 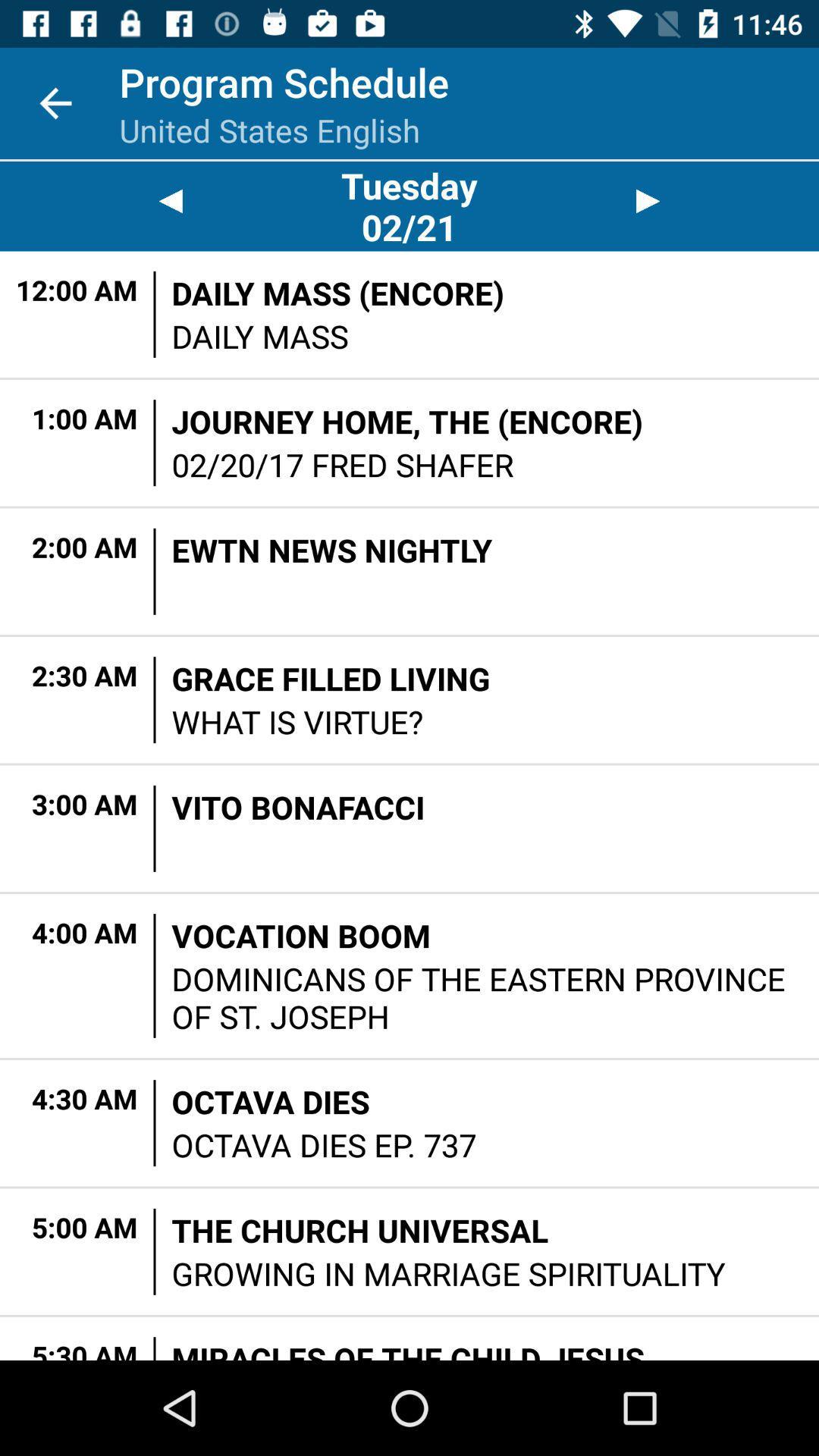 I want to click on the item to the left of the octava dies, so click(x=155, y=1123).